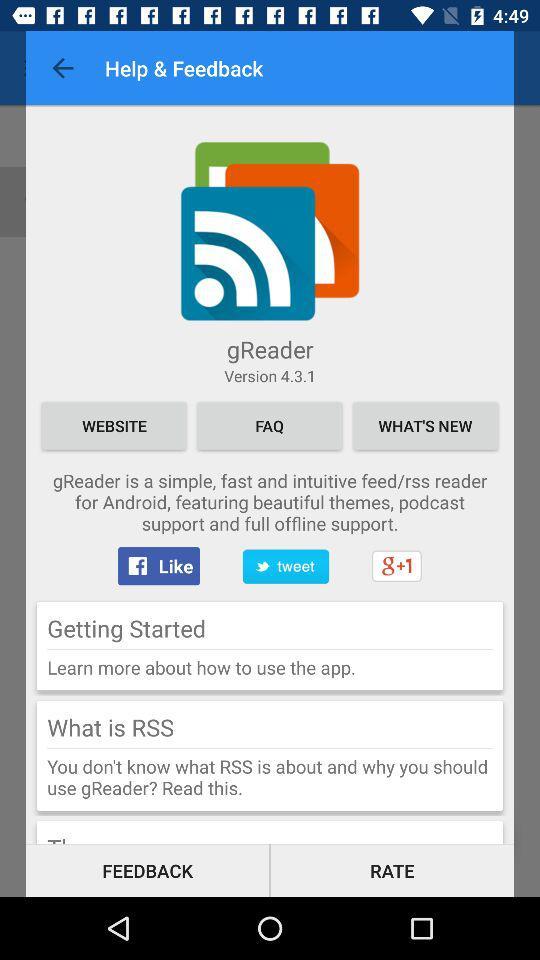  Describe the element at coordinates (392, 869) in the screenshot. I see `icon below you don t` at that location.